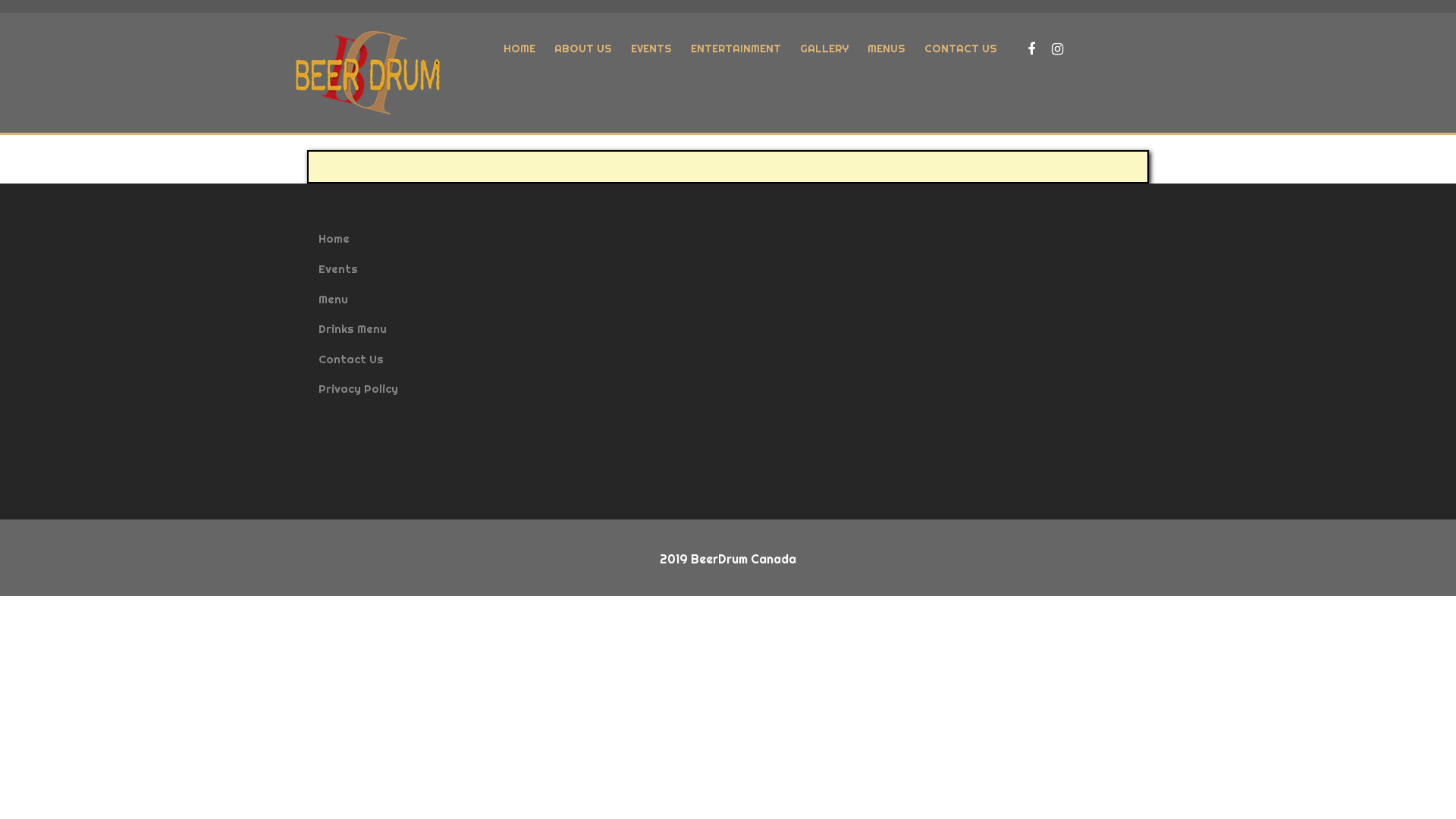 The image size is (1456, 819). Describe the element at coordinates (651, 48) in the screenshot. I see `'EVENTS'` at that location.